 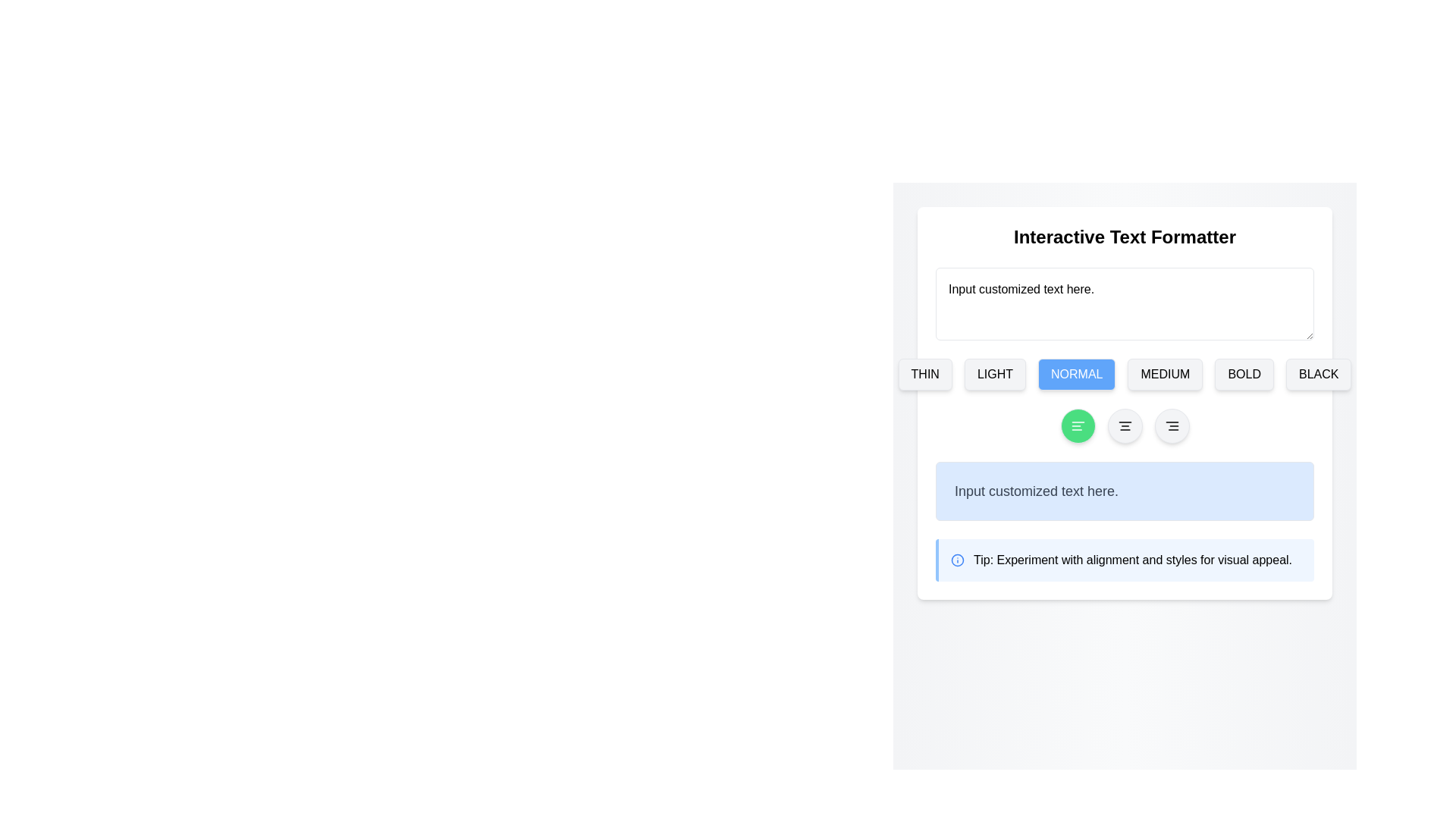 I want to click on the rectangular button labeled 'THIN' with a light gray background to observe any hover response, so click(x=924, y=374).